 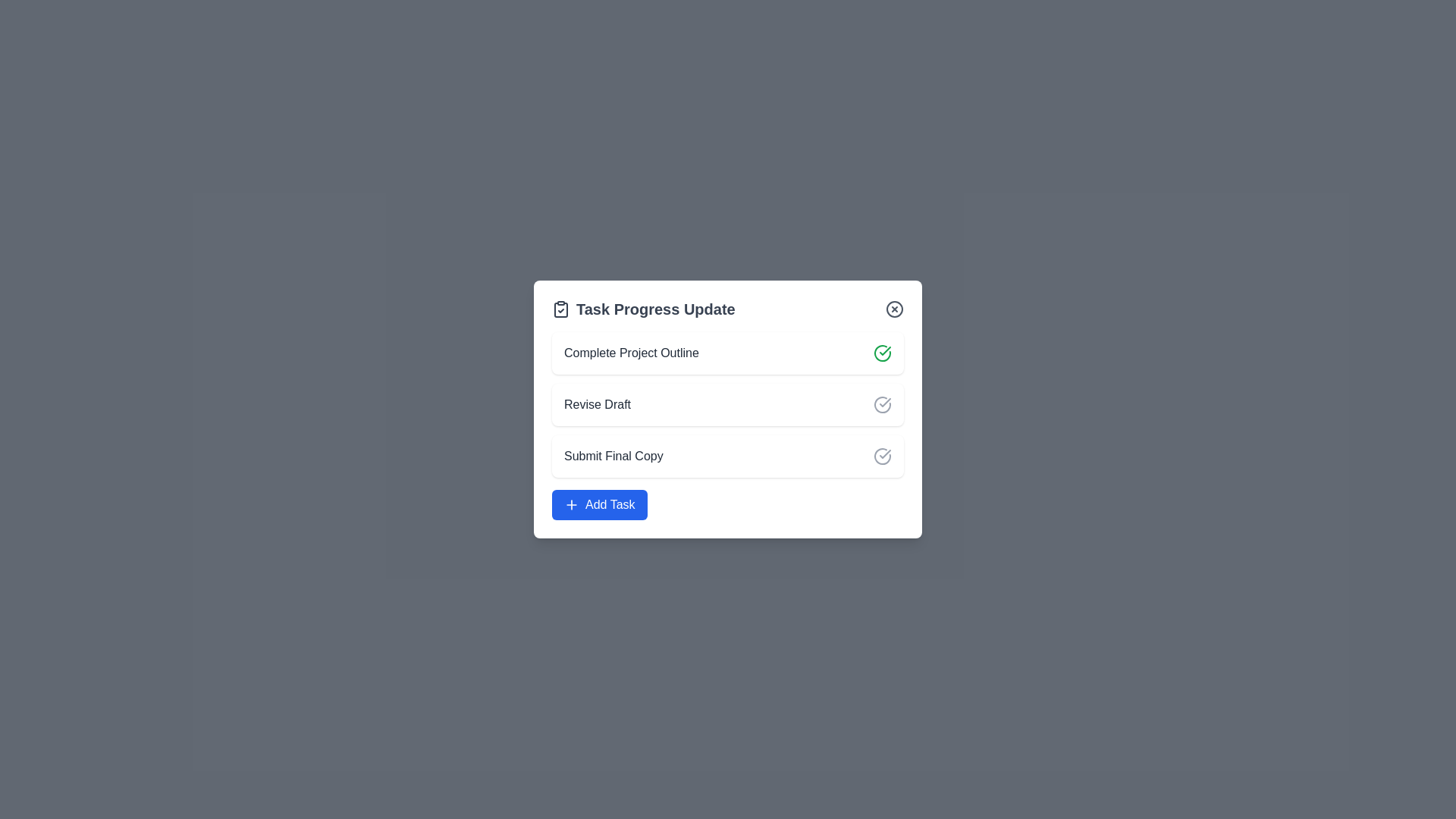 What do you see at coordinates (728, 309) in the screenshot?
I see `the 'Task Progress Update' header with the clipboard icon on its left, located at the top of the task list card` at bounding box center [728, 309].